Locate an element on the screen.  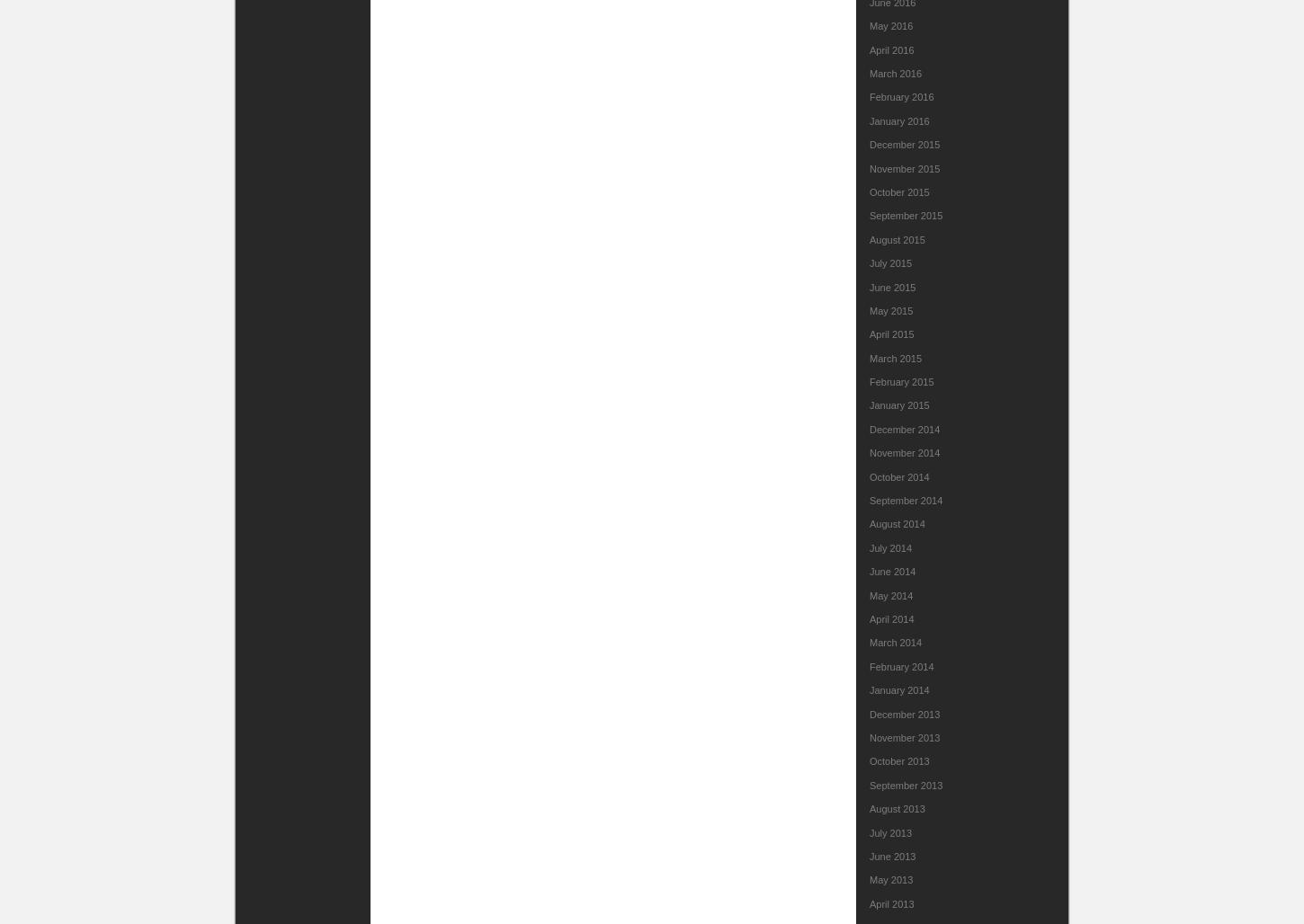
'December 2014' is located at coordinates (905, 427).